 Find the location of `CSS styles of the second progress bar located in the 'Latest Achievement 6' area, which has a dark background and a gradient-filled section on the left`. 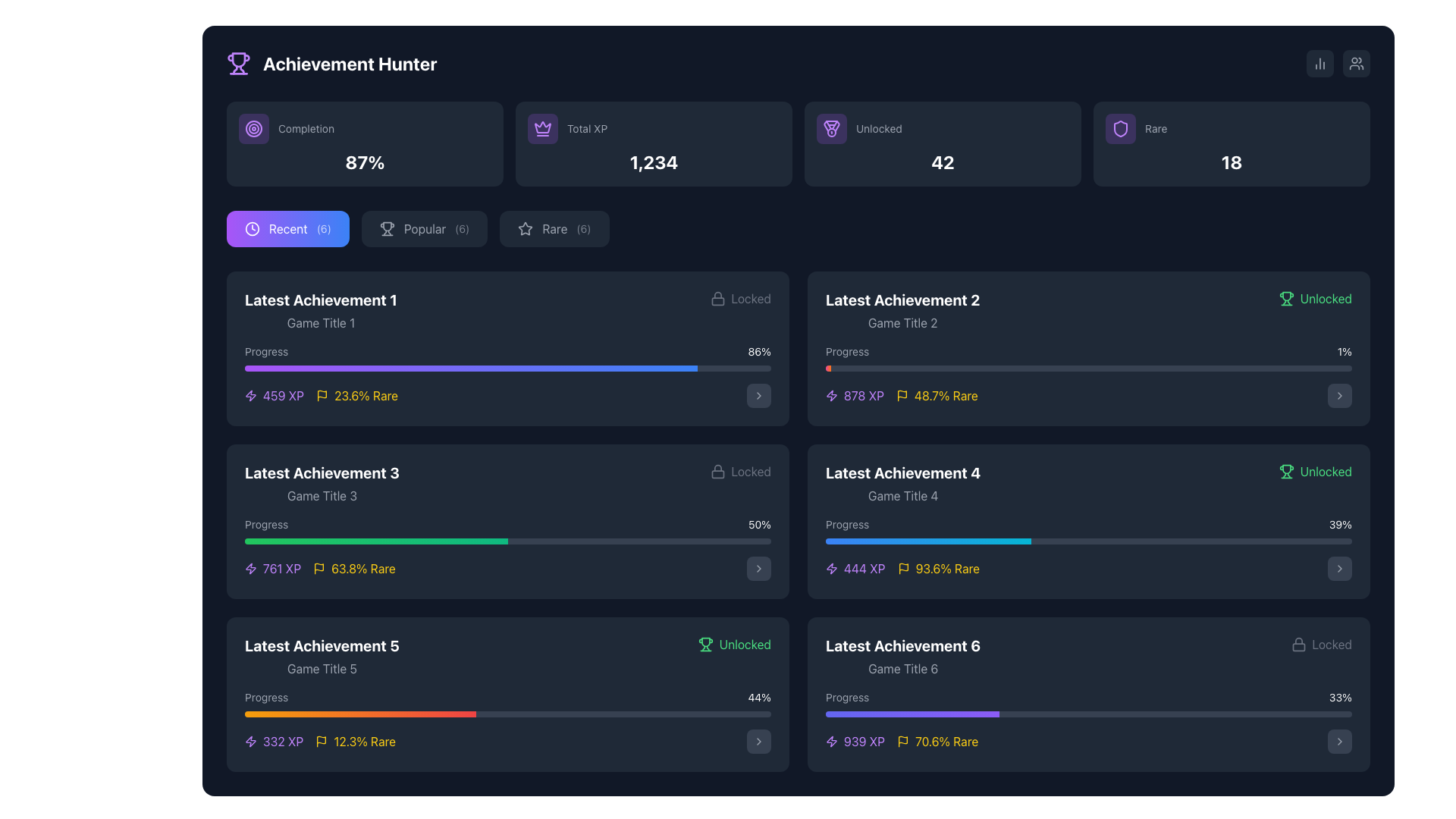

CSS styles of the second progress bar located in the 'Latest Achievement 6' area, which has a dark background and a gradient-filled section on the left is located at coordinates (1087, 714).